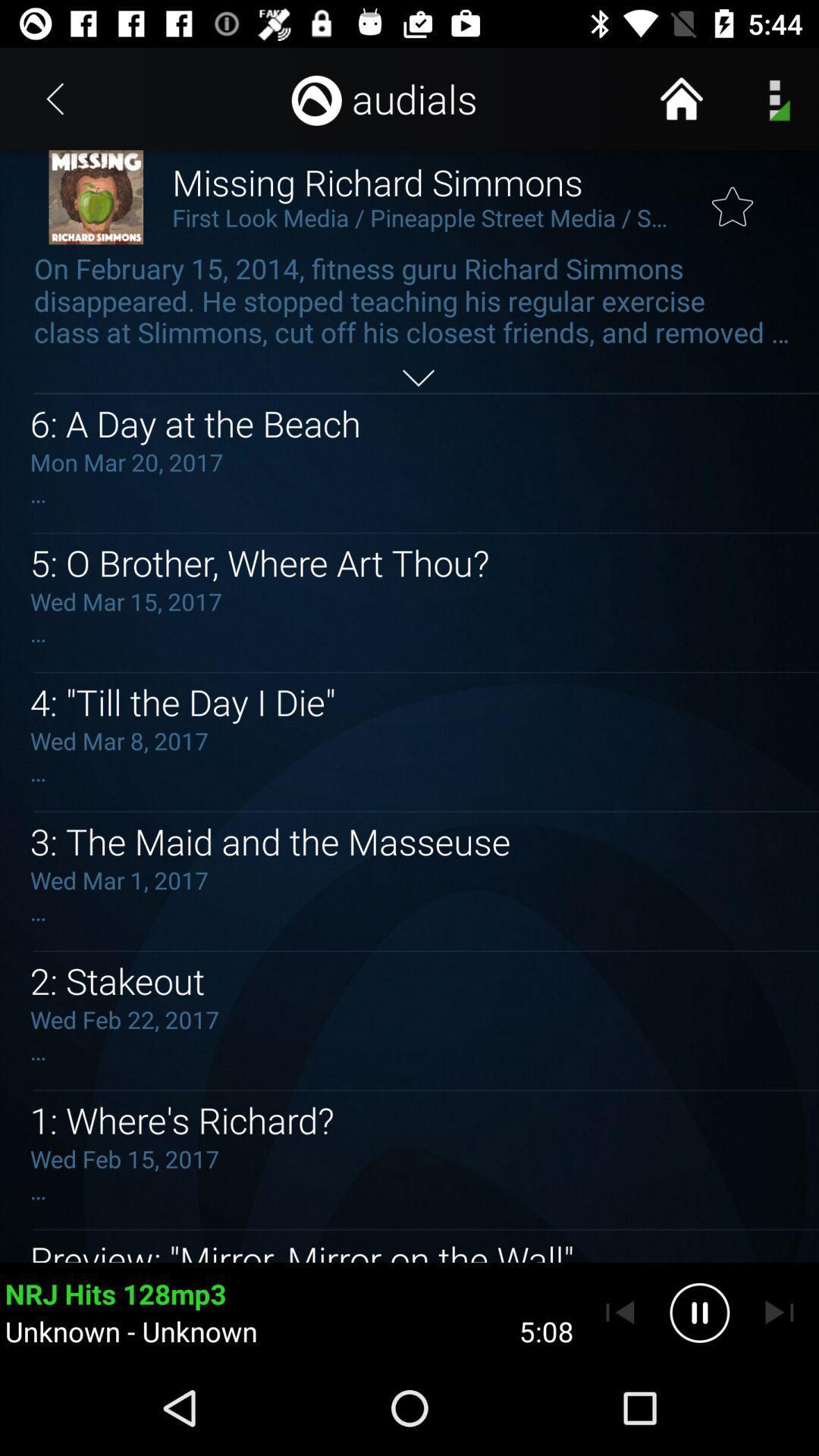  What do you see at coordinates (732, 196) in the screenshot?
I see `to favorites` at bounding box center [732, 196].